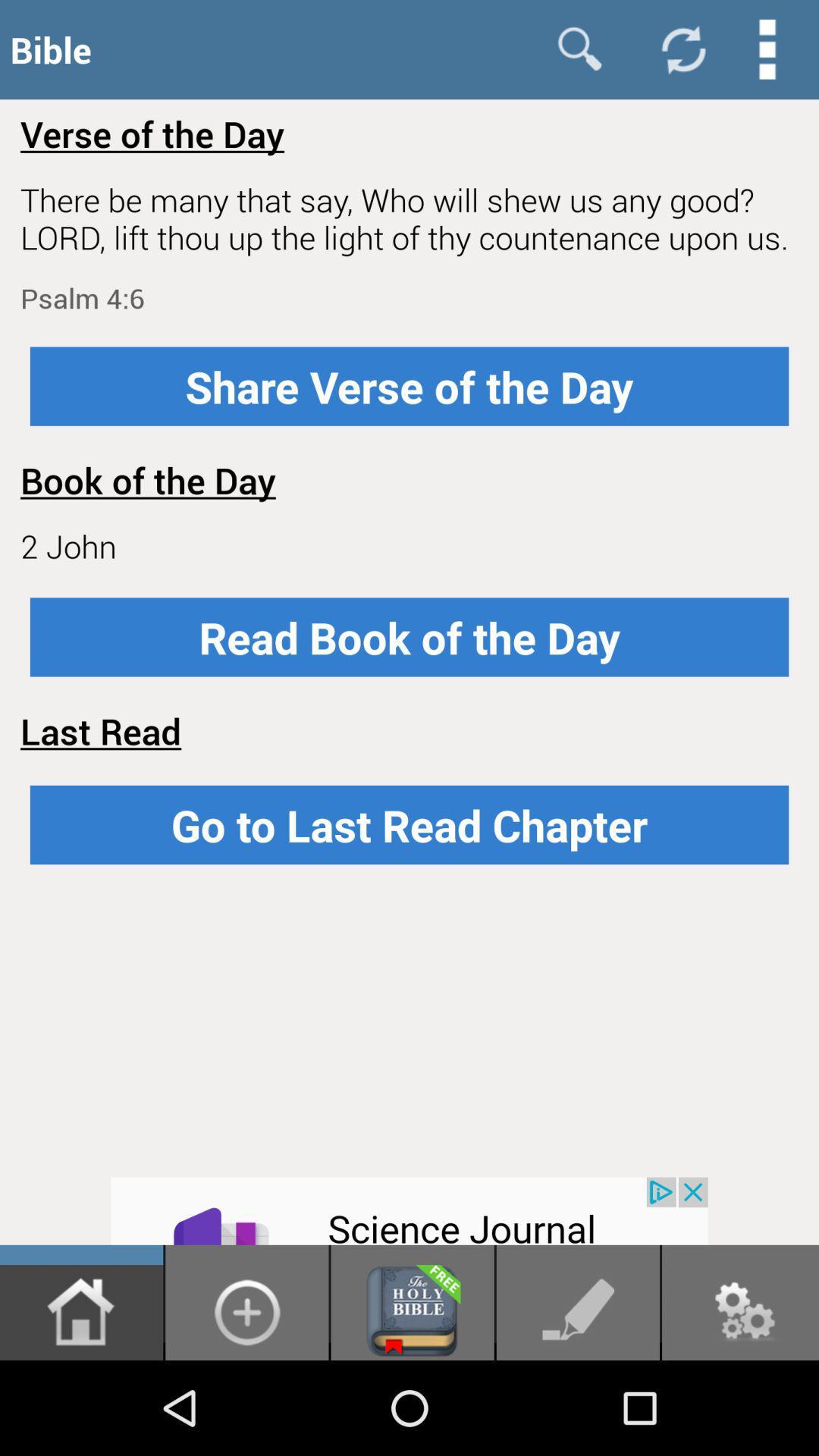  I want to click on the edit icon, so click(578, 1404).